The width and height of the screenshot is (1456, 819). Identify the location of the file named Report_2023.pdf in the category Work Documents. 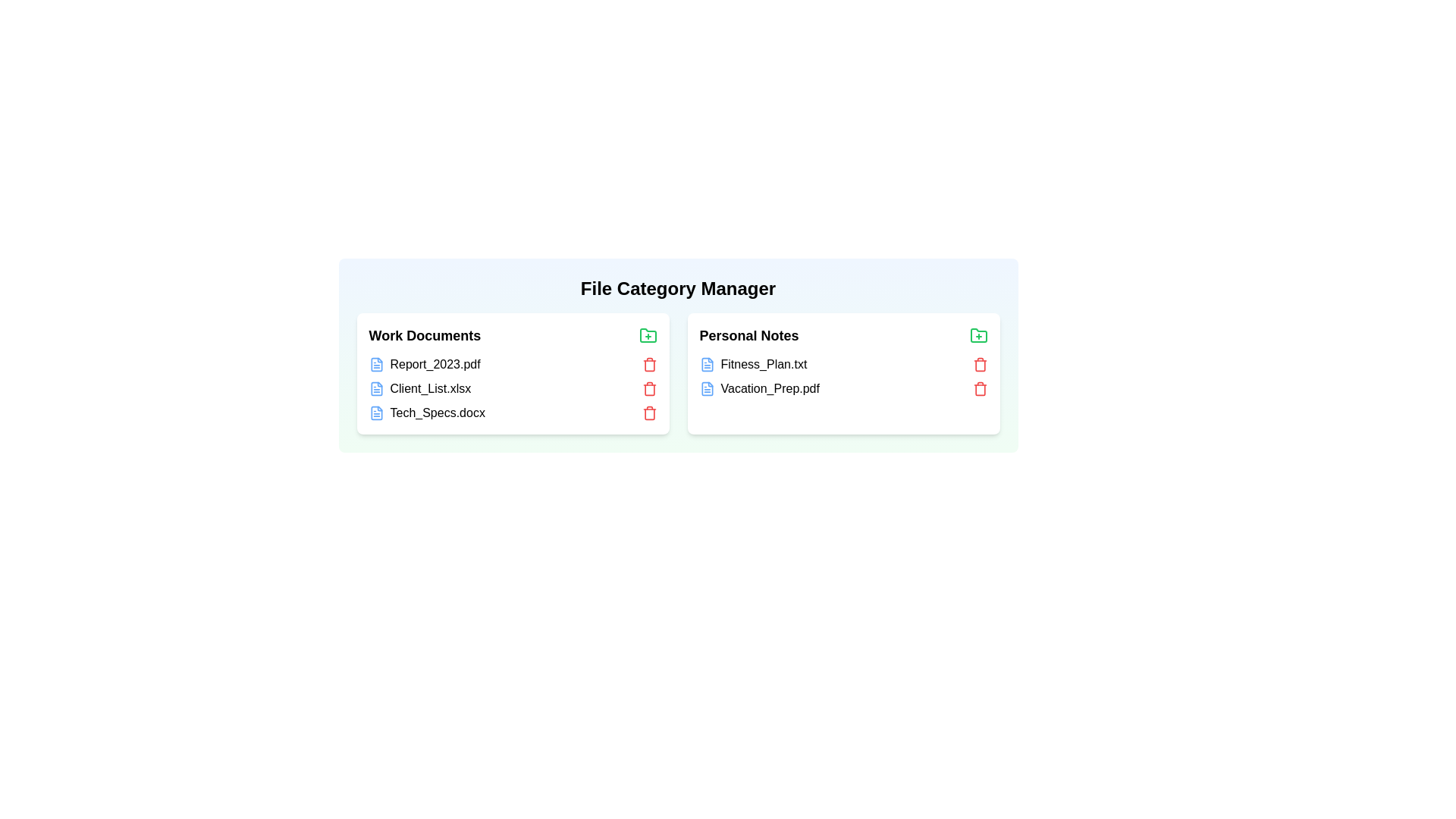
(425, 363).